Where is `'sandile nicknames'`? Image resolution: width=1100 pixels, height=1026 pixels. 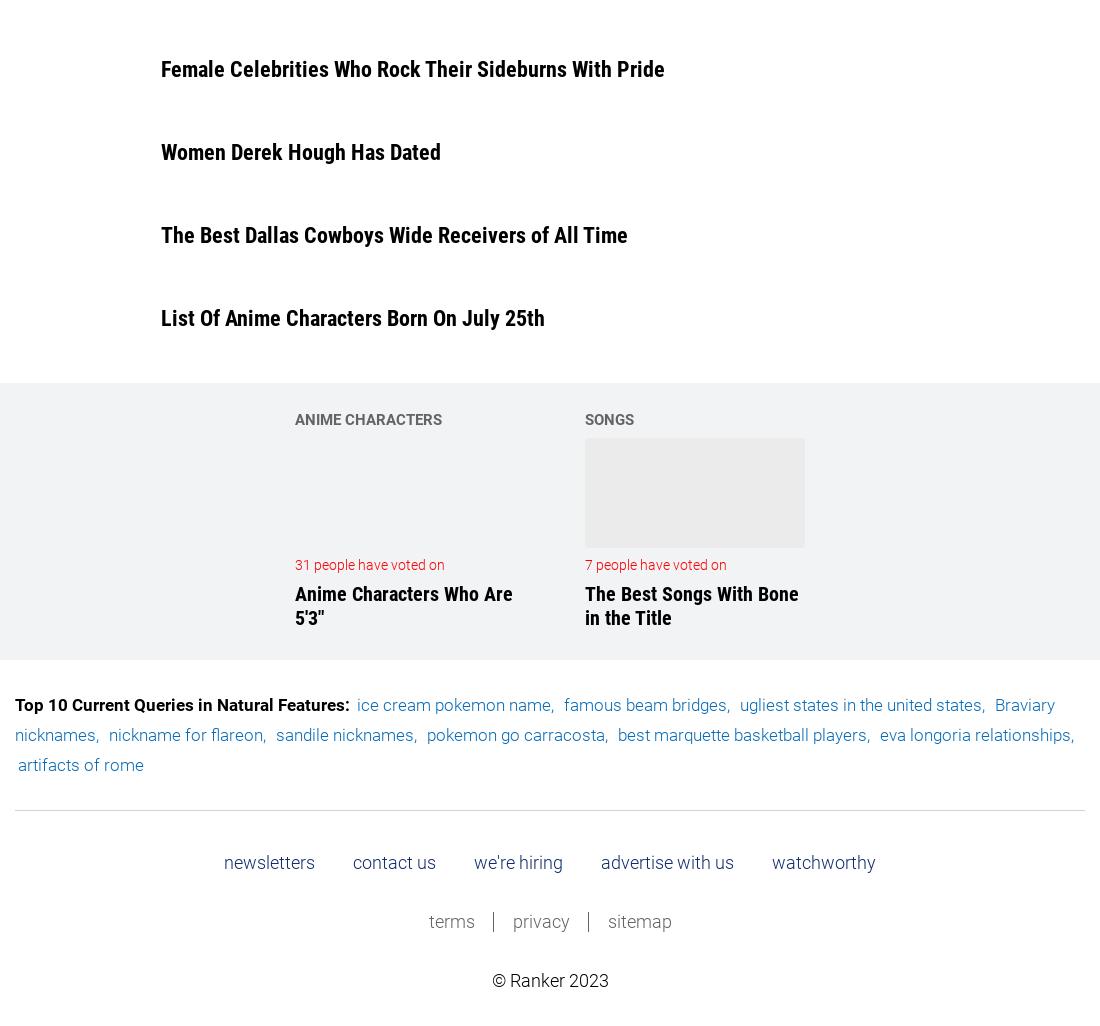
'sandile nicknames' is located at coordinates (343, 734).